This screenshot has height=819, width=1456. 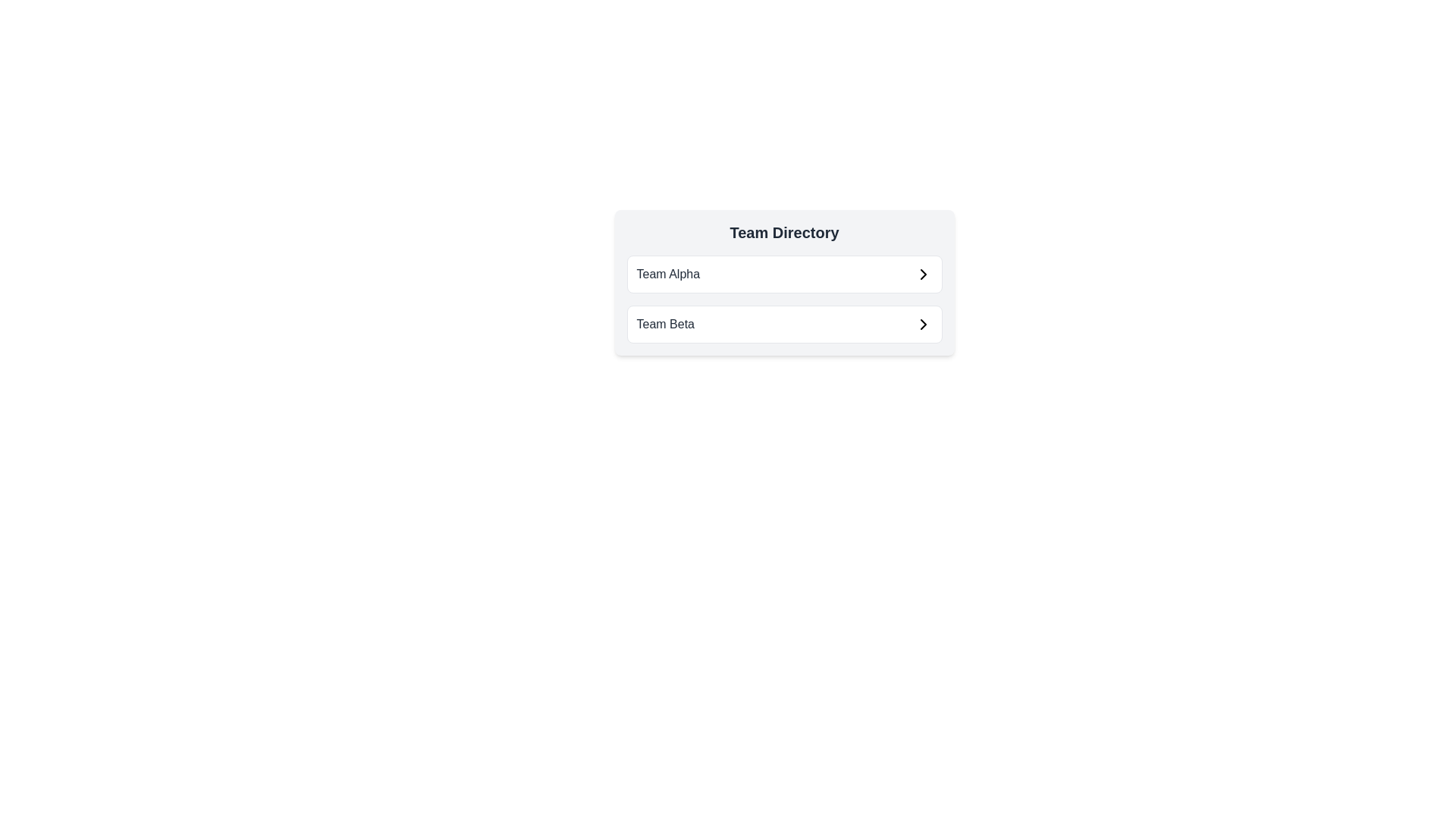 What do you see at coordinates (922, 275) in the screenshot?
I see `the right-pointing chevron icon, which is an SVG graphic located to the right of the 'Team Alpha' text in the Team Directory UI` at bounding box center [922, 275].